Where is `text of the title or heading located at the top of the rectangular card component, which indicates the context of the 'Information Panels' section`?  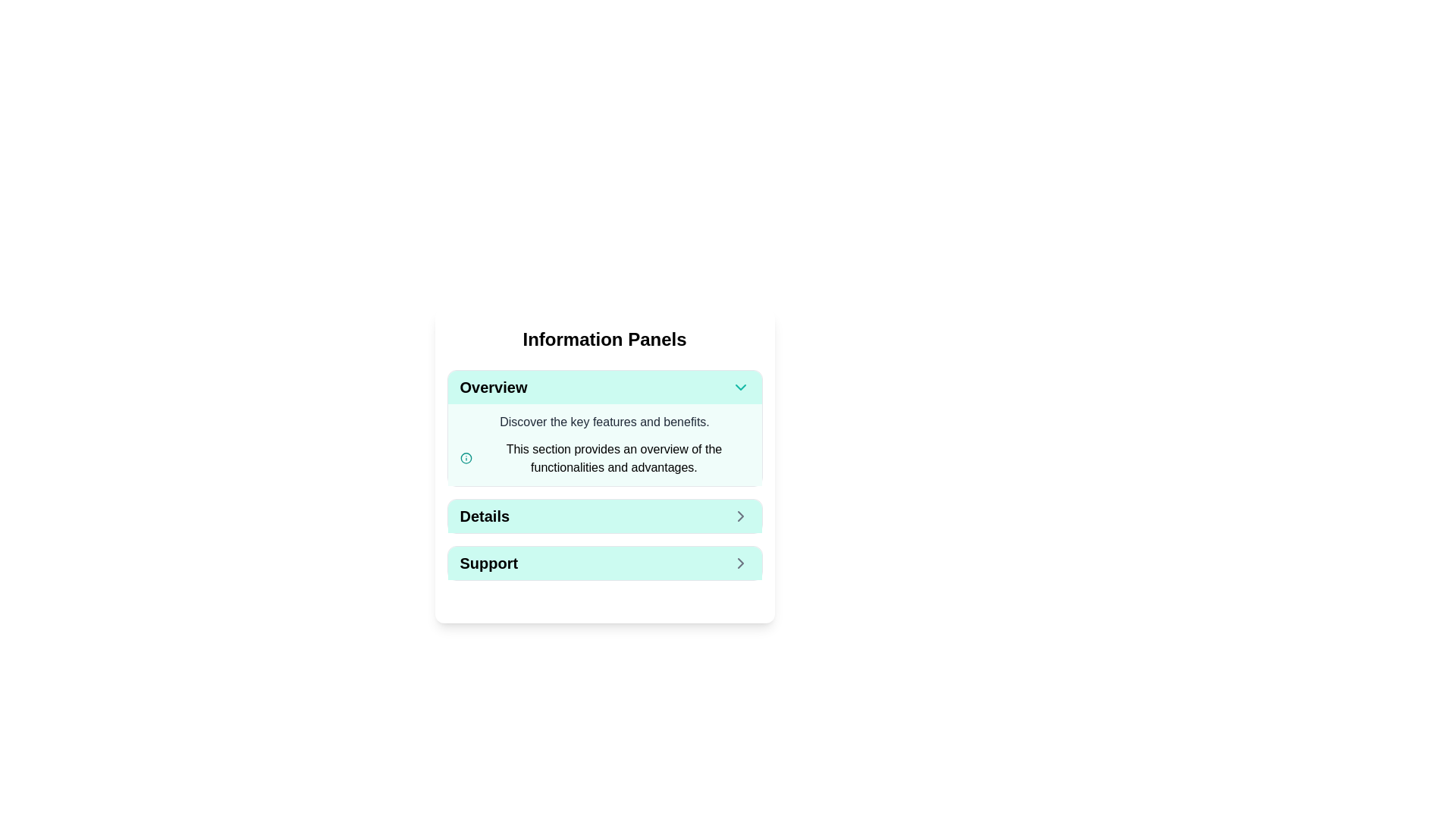
text of the title or heading located at the top of the rectangular card component, which indicates the context of the 'Information Panels' section is located at coordinates (604, 338).